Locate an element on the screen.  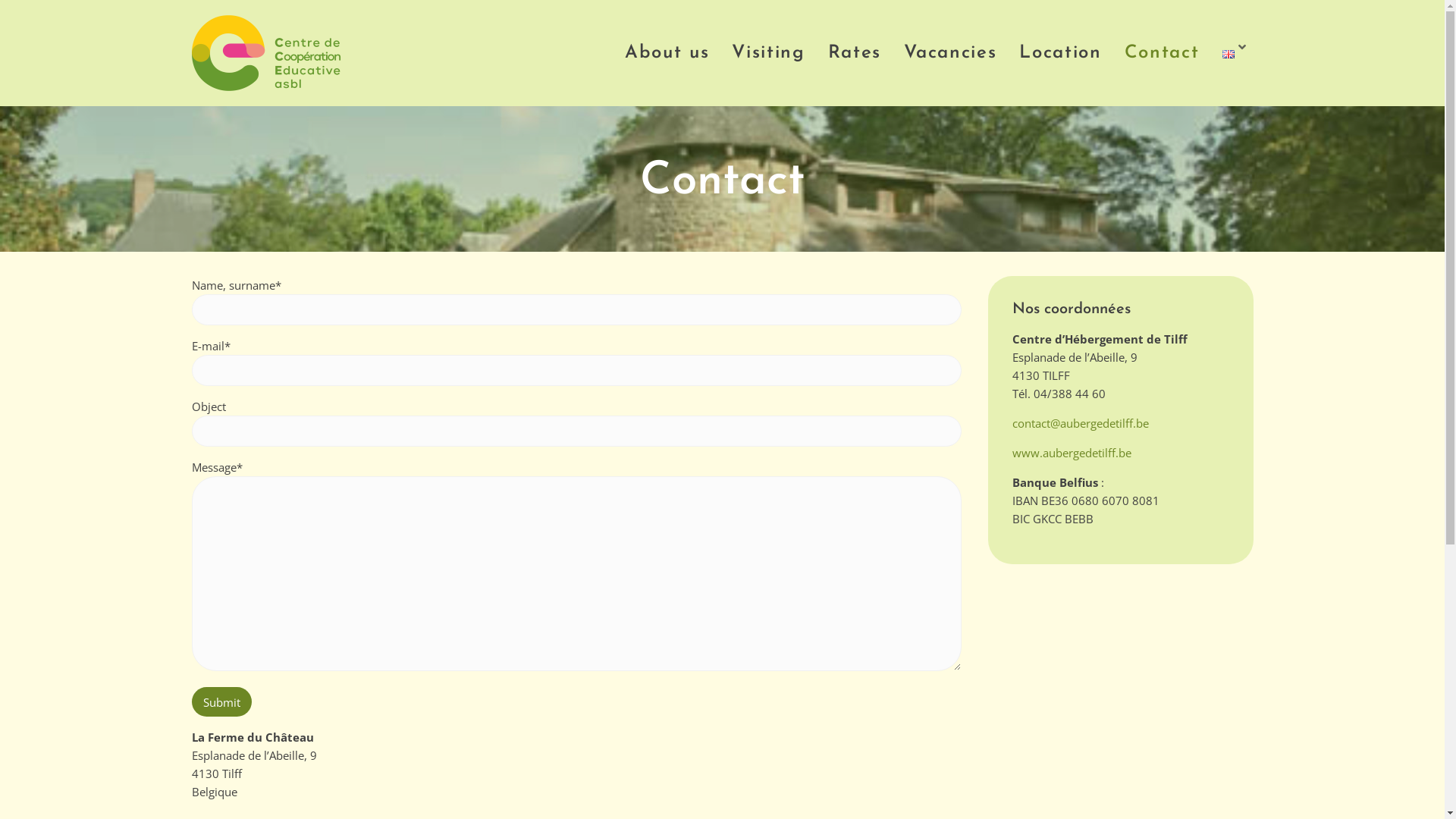
'contact@aubergedetilff.be' is located at coordinates (1079, 423).